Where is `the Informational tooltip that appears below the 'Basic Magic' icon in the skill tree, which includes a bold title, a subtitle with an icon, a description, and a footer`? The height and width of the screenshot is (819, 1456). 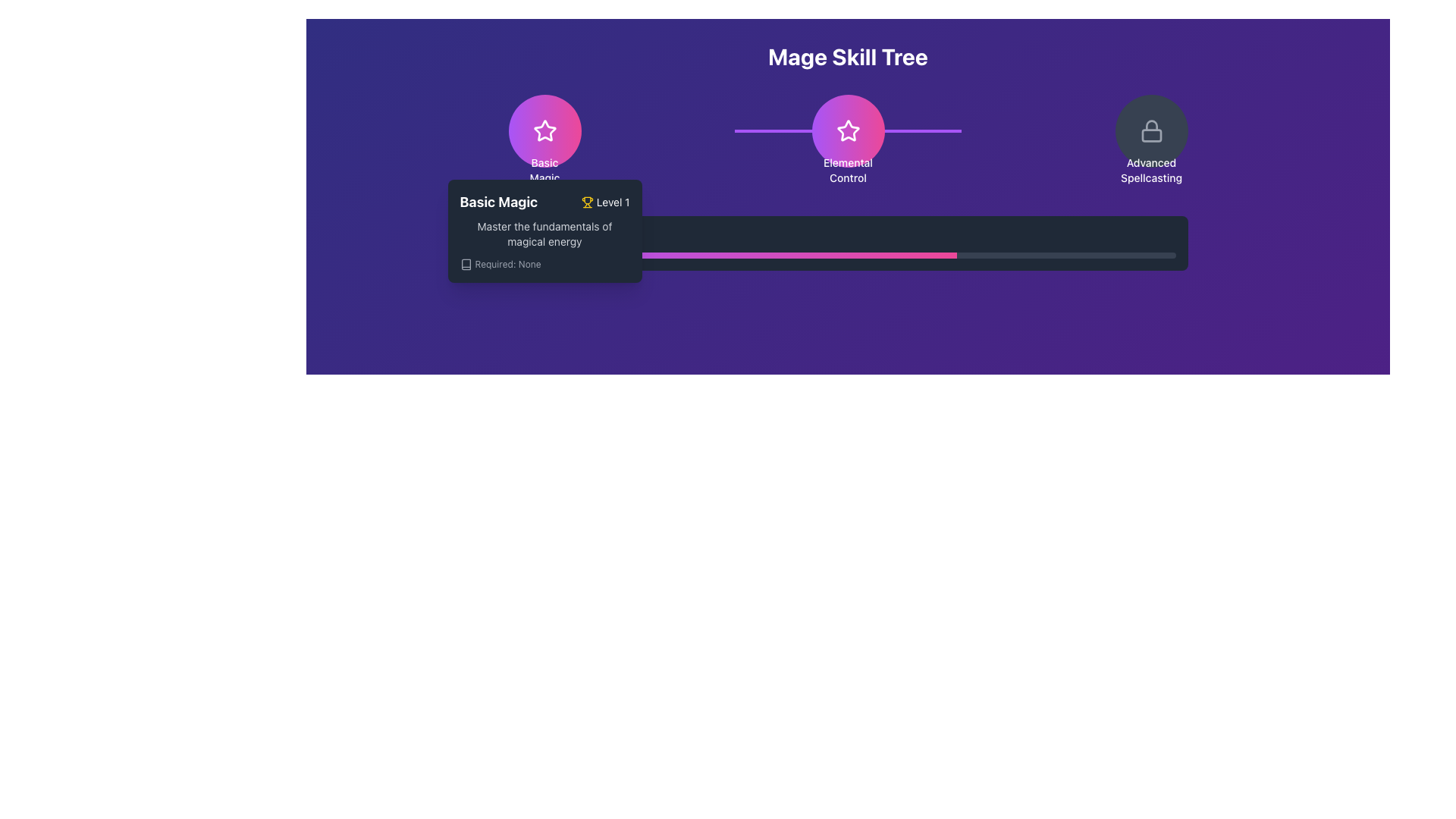 the Informational tooltip that appears below the 'Basic Magic' icon in the skill tree, which includes a bold title, a subtitle with an icon, a description, and a footer is located at coordinates (544, 231).